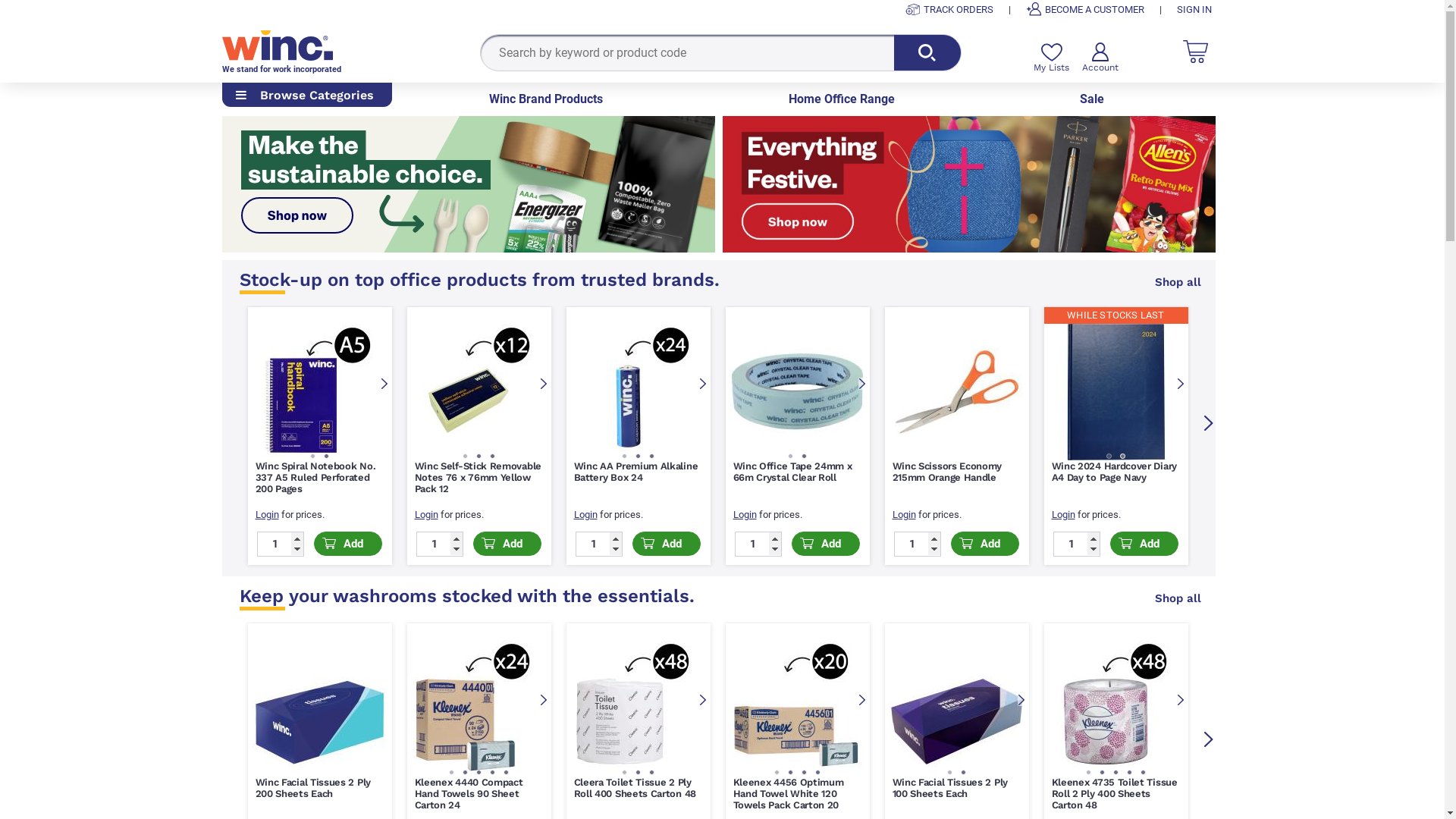 Image resolution: width=1456 pixels, height=819 pixels. What do you see at coordinates (472, 543) in the screenshot?
I see `'Add'` at bounding box center [472, 543].